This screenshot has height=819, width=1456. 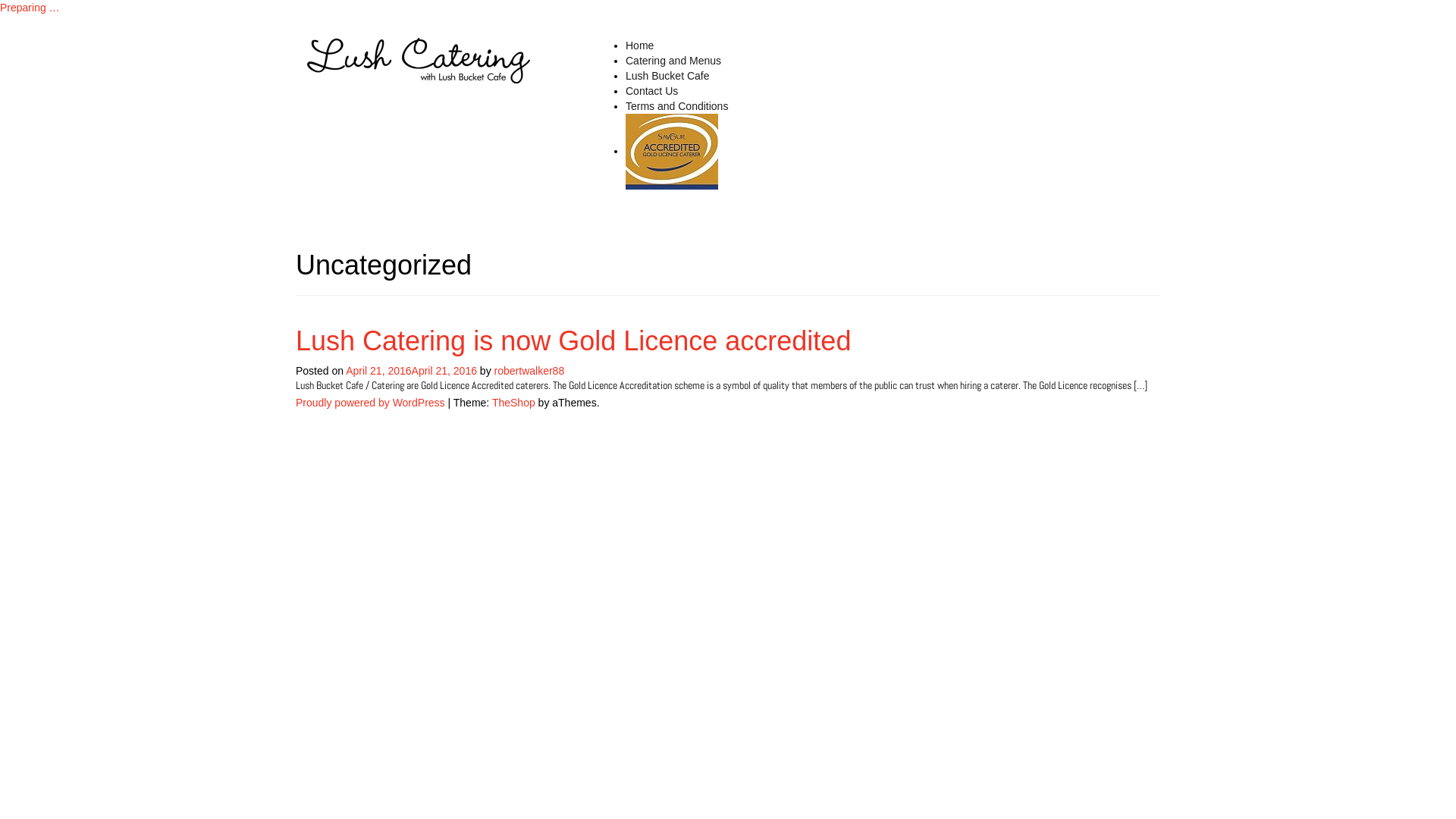 What do you see at coordinates (295, 402) in the screenshot?
I see `'Proudly powered by WordPress'` at bounding box center [295, 402].